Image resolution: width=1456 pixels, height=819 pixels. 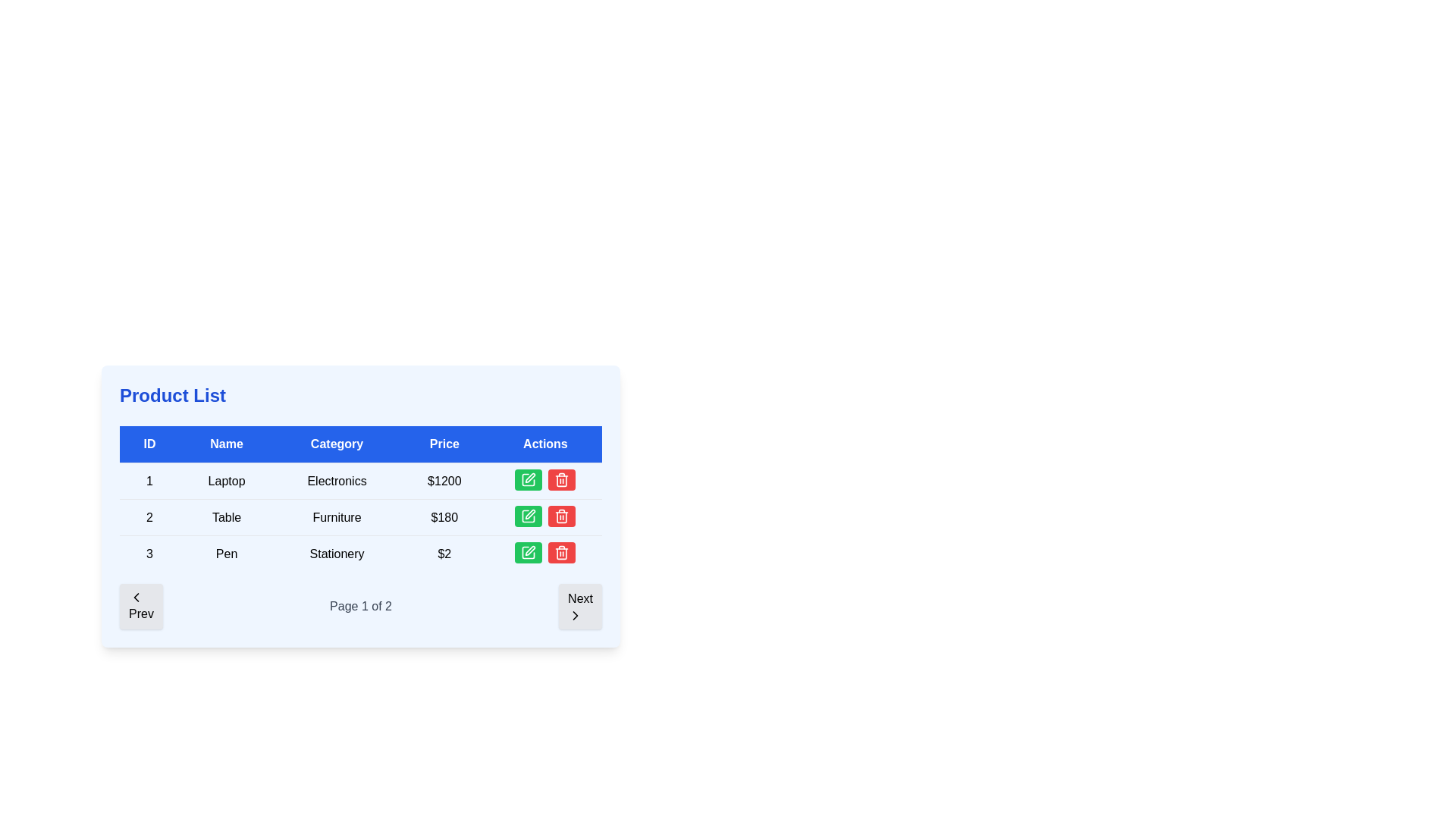 What do you see at coordinates (545, 554) in the screenshot?
I see `the green button for editing the item 'Pen' in the Stationery category, located in the rightmost section of the last row of the table` at bounding box center [545, 554].